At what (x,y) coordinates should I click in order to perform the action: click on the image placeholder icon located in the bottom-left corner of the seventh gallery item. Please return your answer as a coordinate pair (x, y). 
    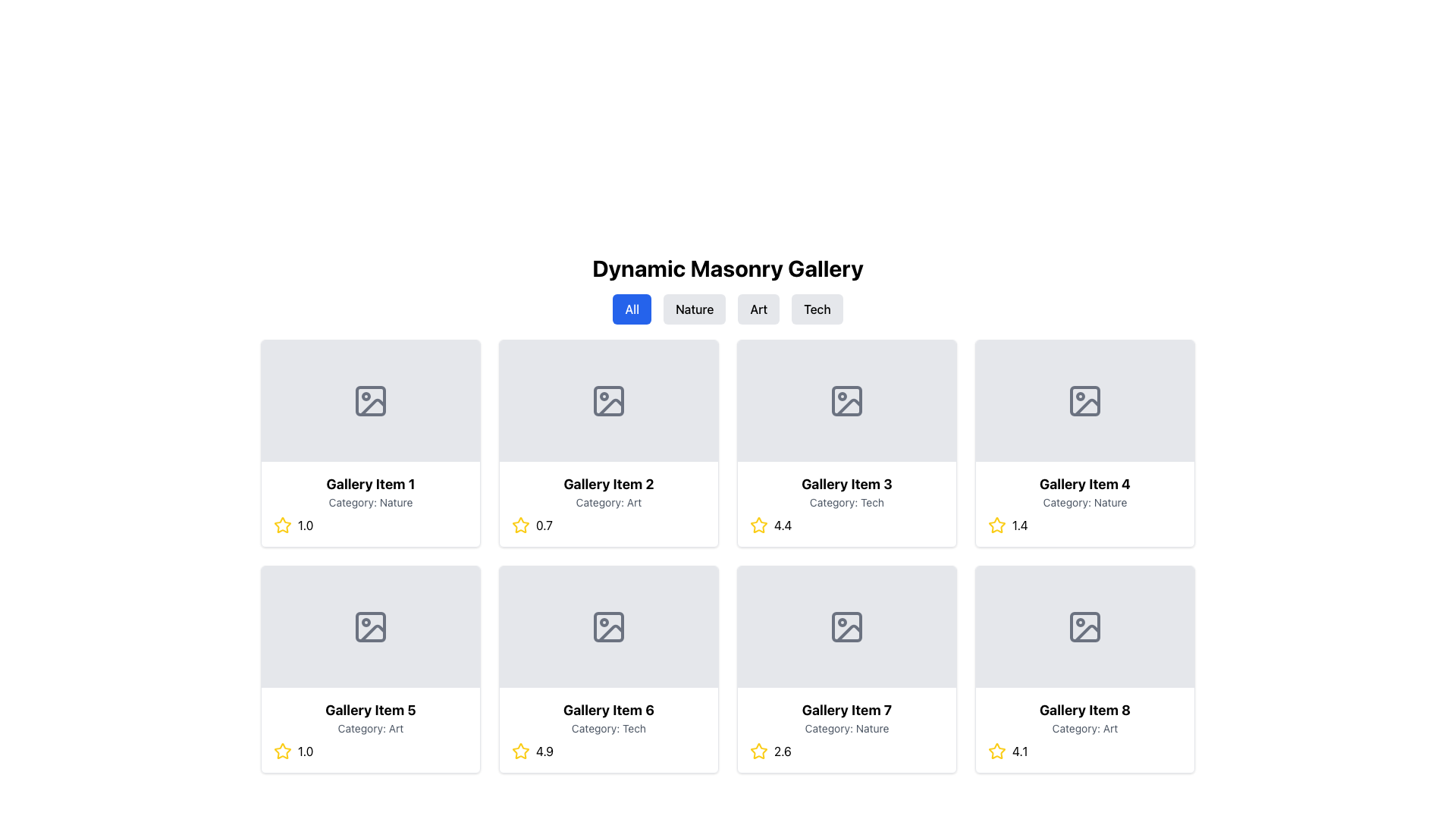
    Looking at the image, I should click on (846, 626).